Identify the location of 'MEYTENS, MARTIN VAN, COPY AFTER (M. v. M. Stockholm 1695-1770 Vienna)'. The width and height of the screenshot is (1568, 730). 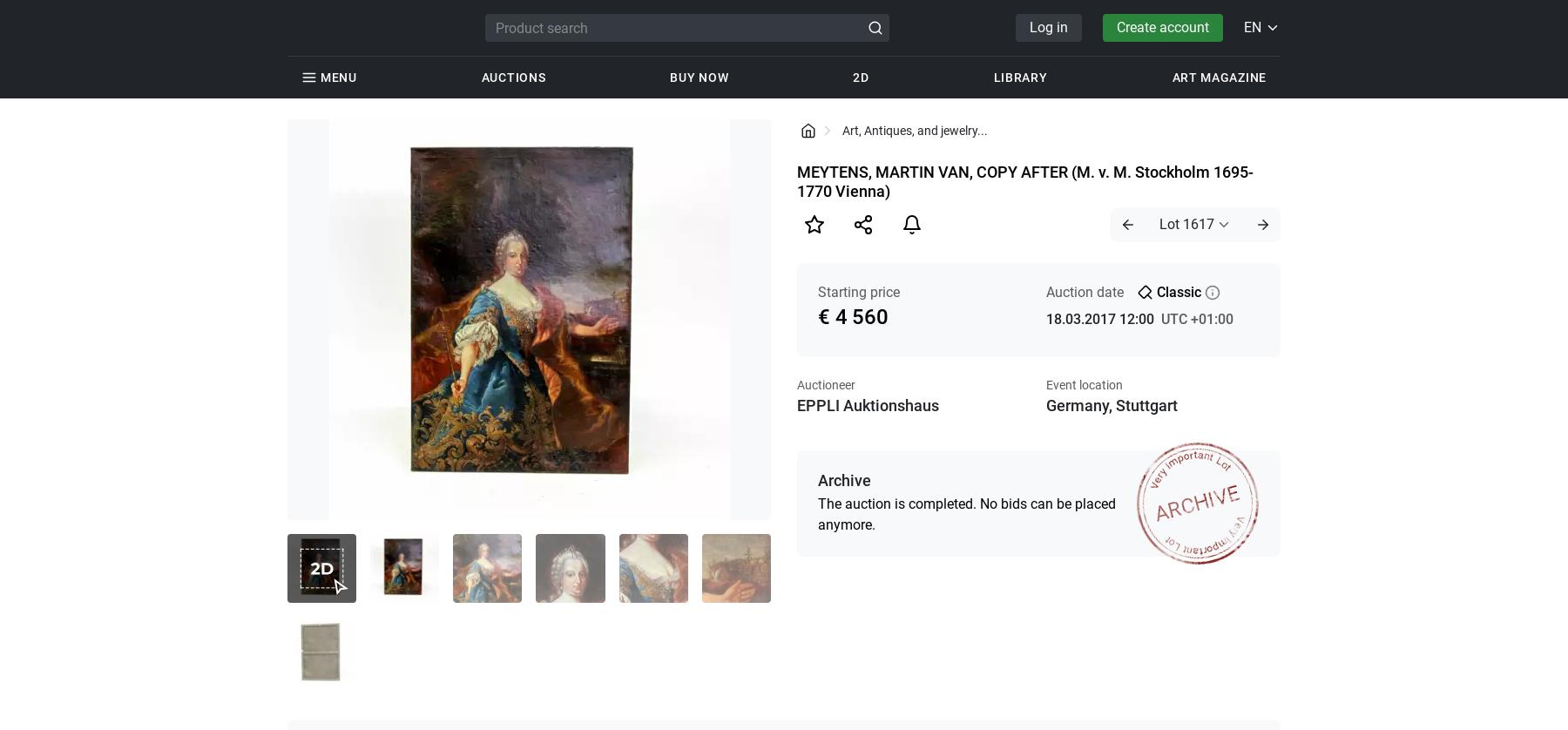
(795, 180).